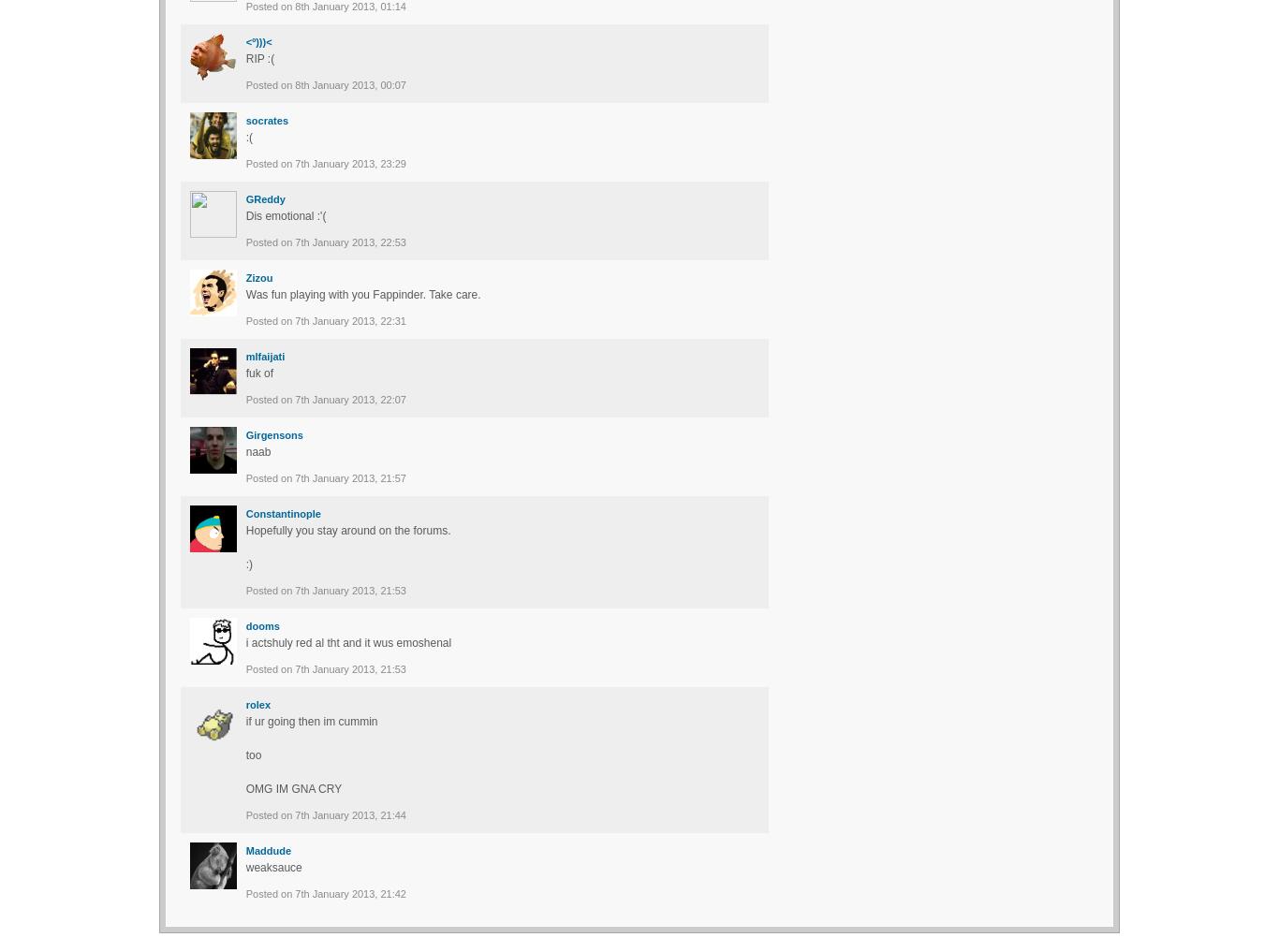 The height and width of the screenshot is (952, 1279). What do you see at coordinates (266, 119) in the screenshot?
I see `'socrates'` at bounding box center [266, 119].